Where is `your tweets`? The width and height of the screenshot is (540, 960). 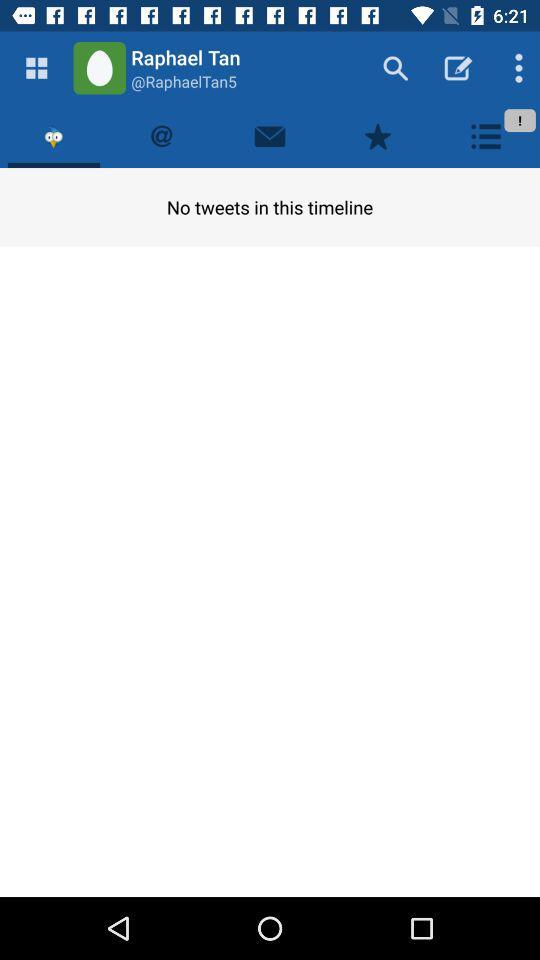 your tweets is located at coordinates (161, 135).